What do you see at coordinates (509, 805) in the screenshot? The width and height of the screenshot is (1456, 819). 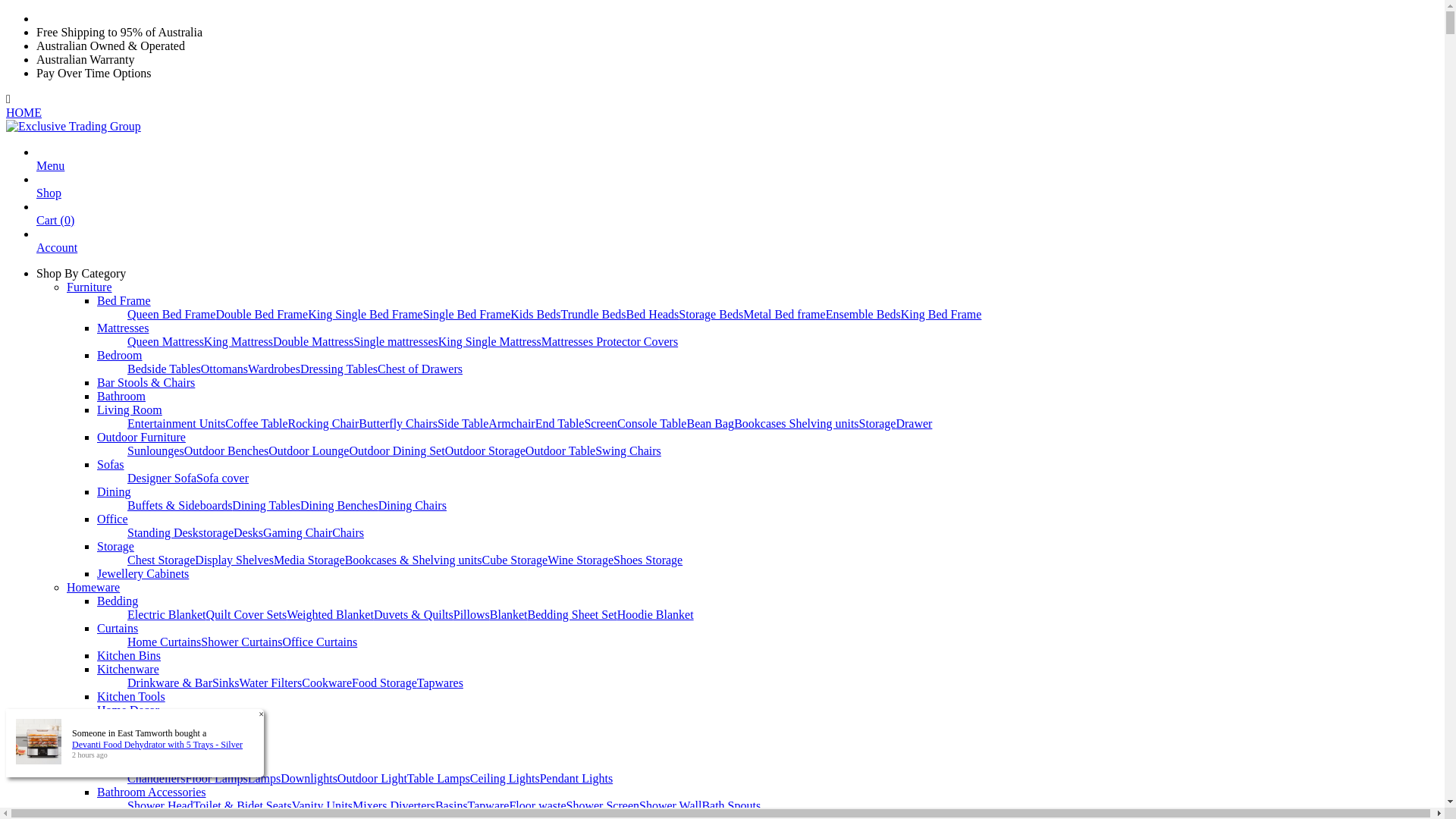 I see `'Floor waste'` at bounding box center [509, 805].